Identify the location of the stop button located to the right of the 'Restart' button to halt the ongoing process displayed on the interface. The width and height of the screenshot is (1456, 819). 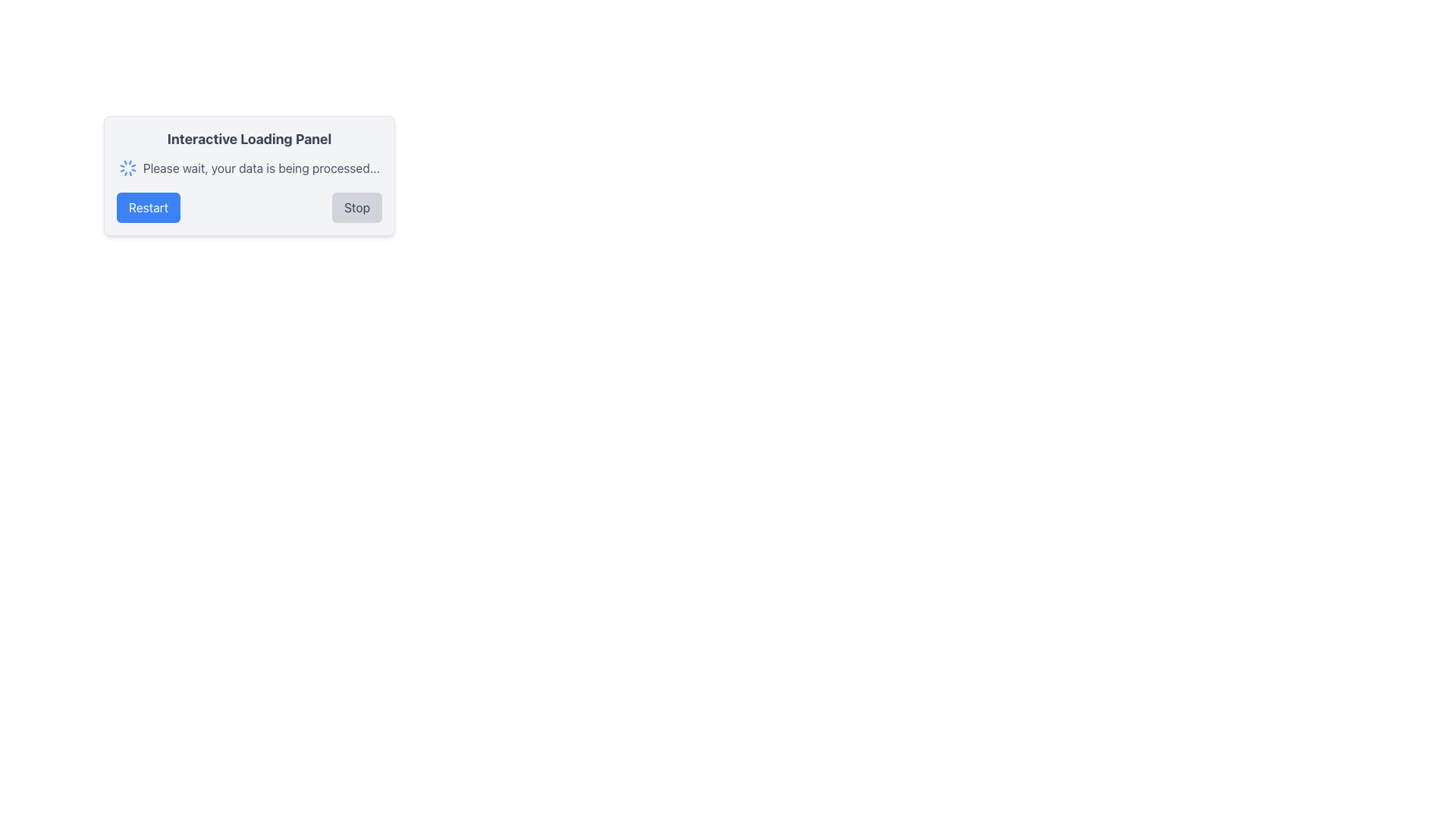
(356, 207).